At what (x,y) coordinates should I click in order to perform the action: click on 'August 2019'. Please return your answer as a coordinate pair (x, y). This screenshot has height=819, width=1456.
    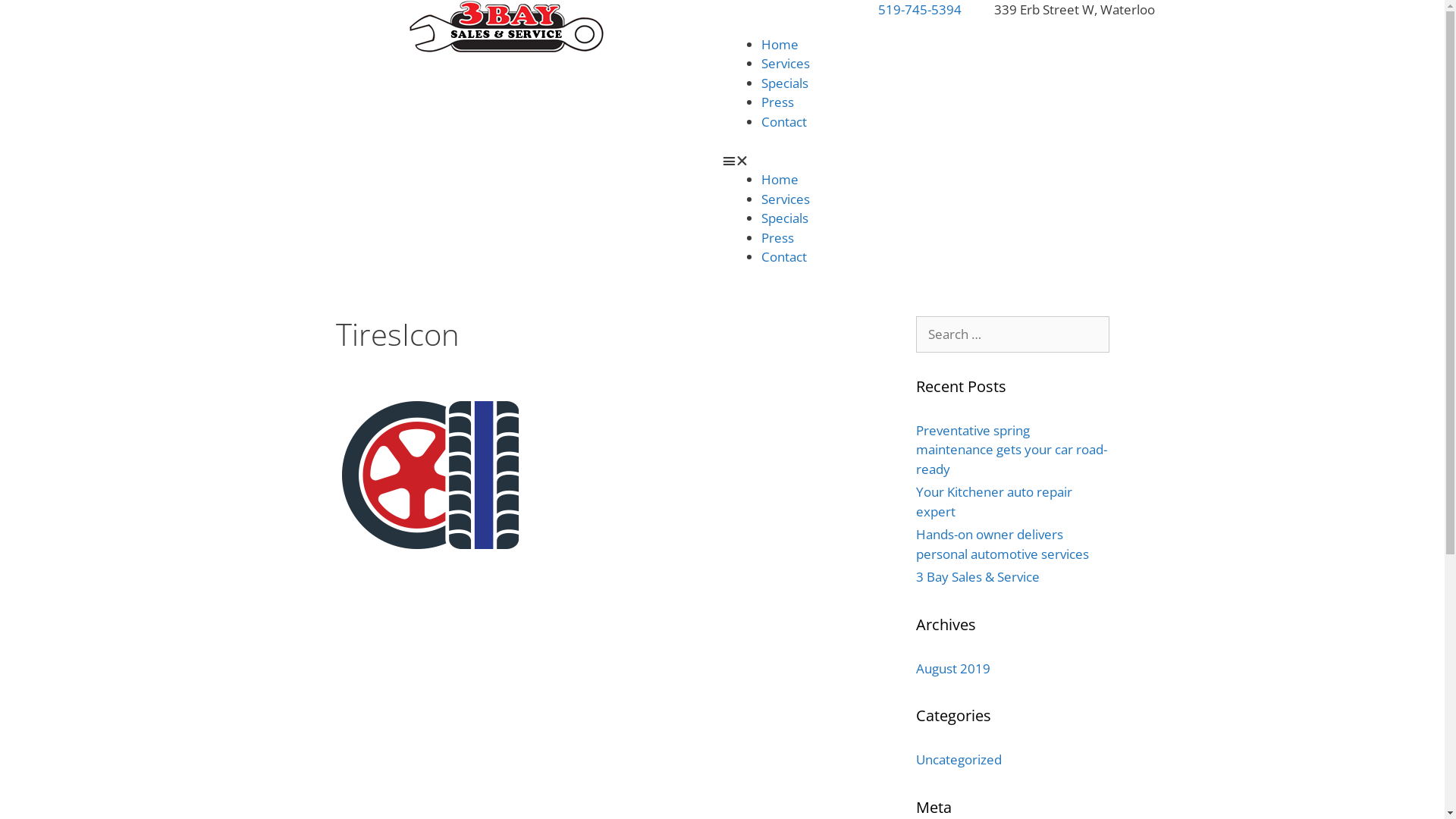
    Looking at the image, I should click on (915, 667).